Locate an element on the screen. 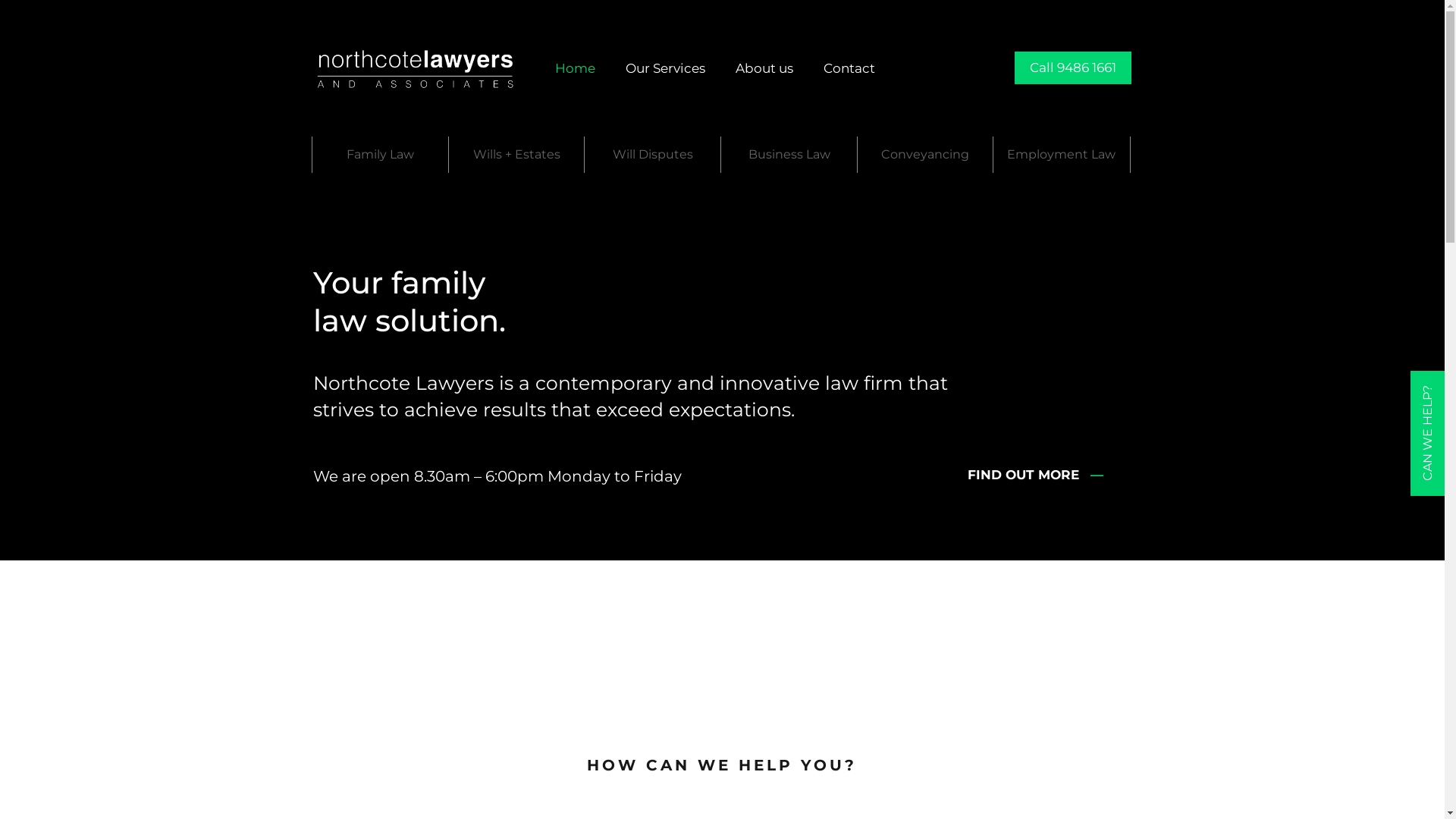 This screenshot has height=819, width=1456. 'Northcote Lawyers' is located at coordinates (415, 67).